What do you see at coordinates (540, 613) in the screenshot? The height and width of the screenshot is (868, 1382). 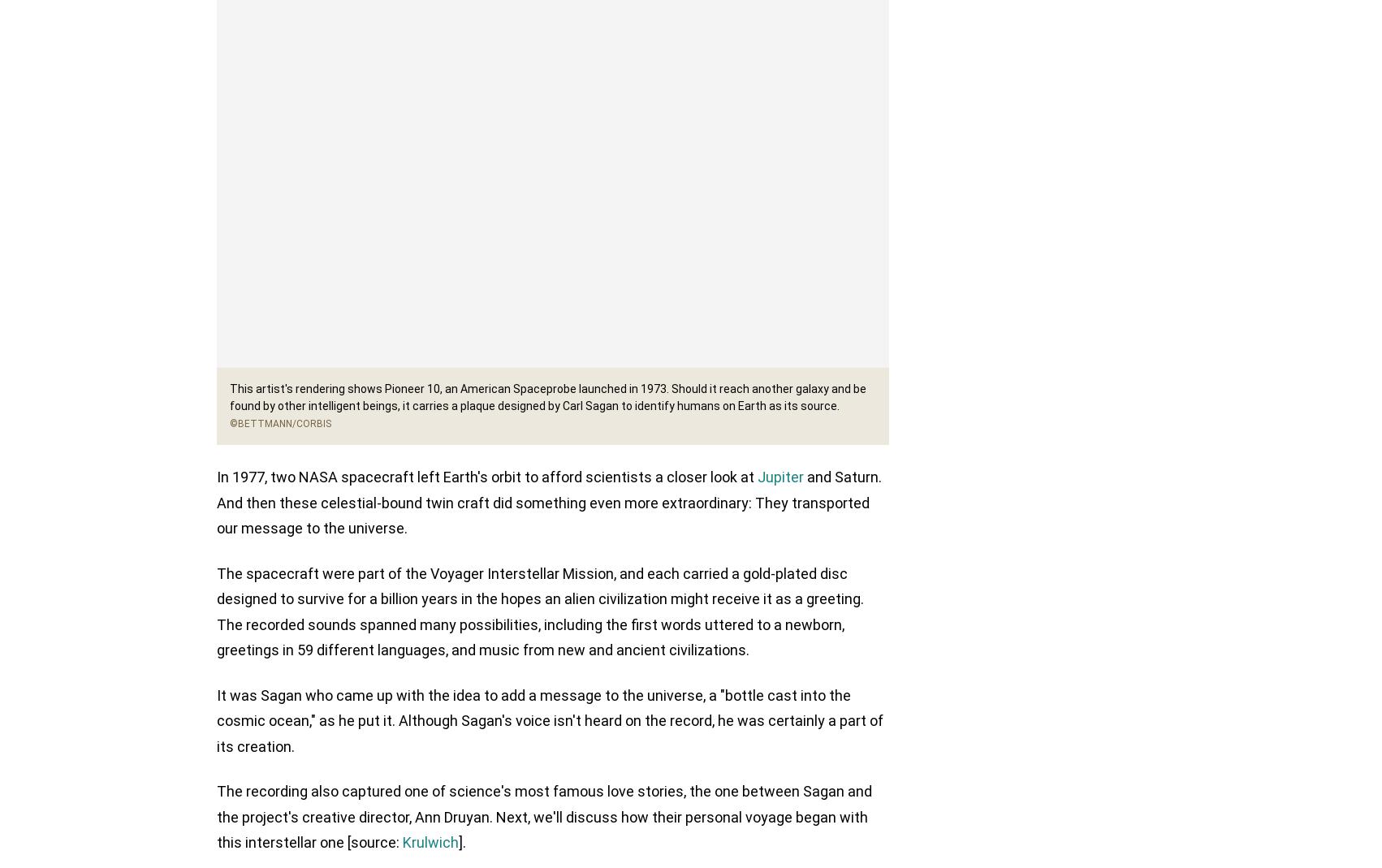 I see `'The spacecraft were part of the Voyager Interstellar Mission, and each carried a gold-plated disc designed to survive for a billion years in the hopes an alien civilization might receive it as a greeting. The recorded sounds spanned many possibilities, including the first words uttered to a newborn, greetings in 59 different languages, and music from new and ancient civilizations.'` at bounding box center [540, 613].